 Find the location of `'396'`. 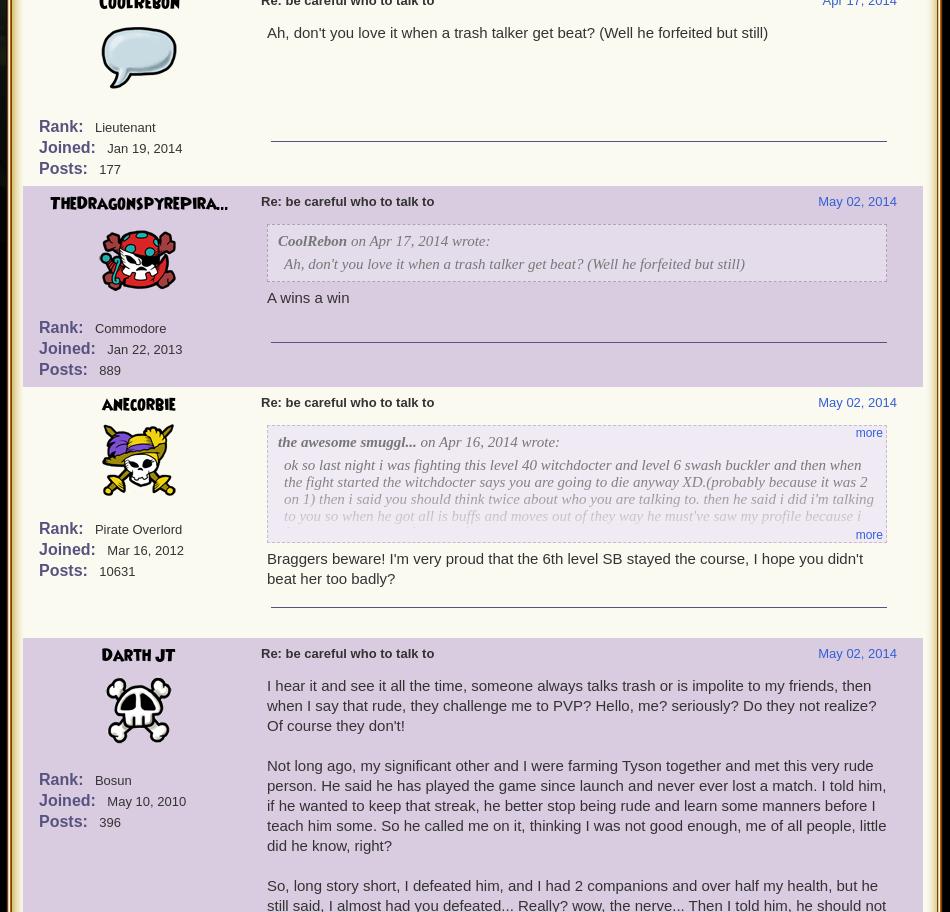

'396' is located at coordinates (110, 821).